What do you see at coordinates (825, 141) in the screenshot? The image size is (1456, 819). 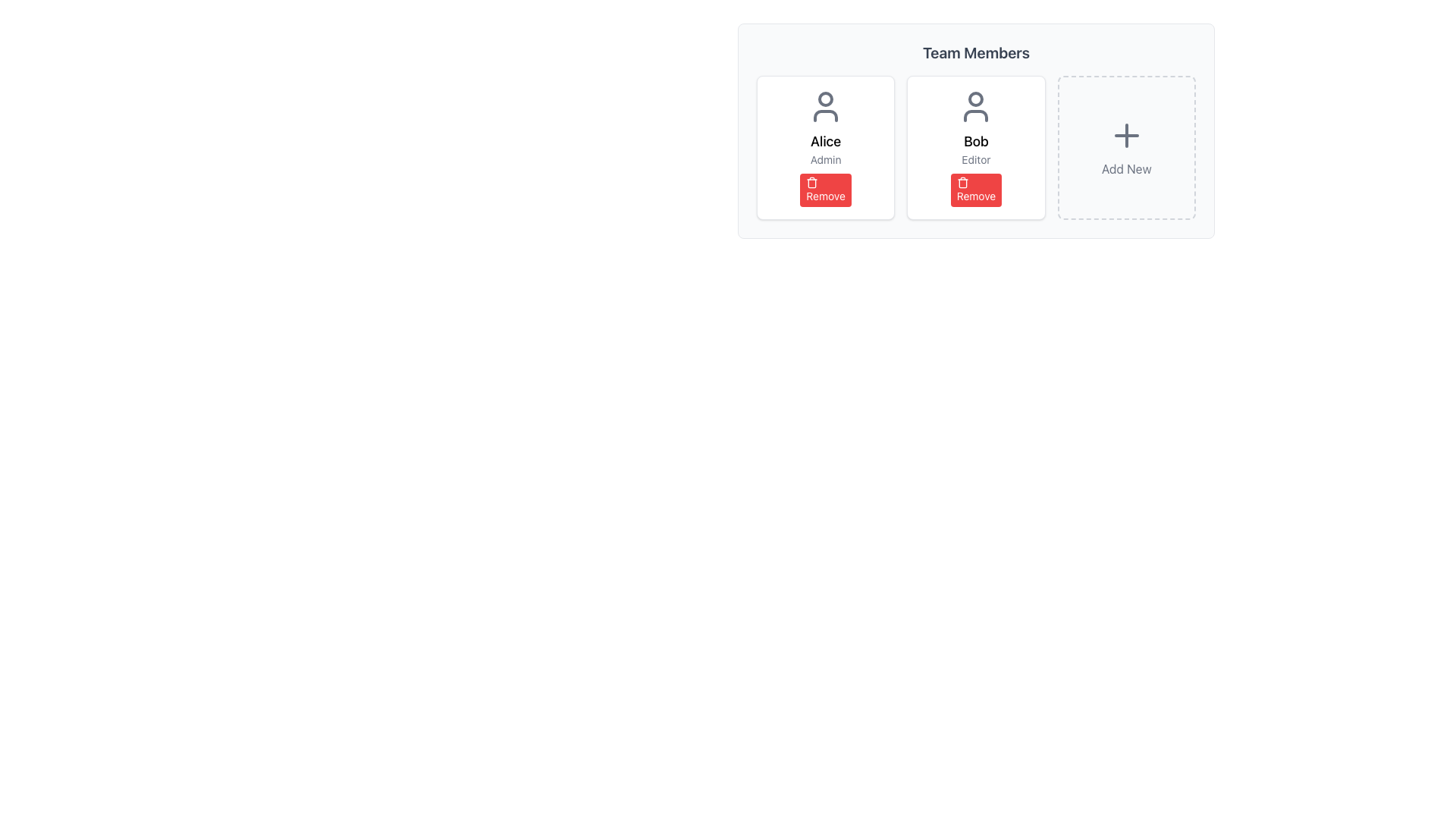 I see `text displayed in the user name label within the Team Members card, which is centrally located above the role description and below the user icon` at bounding box center [825, 141].